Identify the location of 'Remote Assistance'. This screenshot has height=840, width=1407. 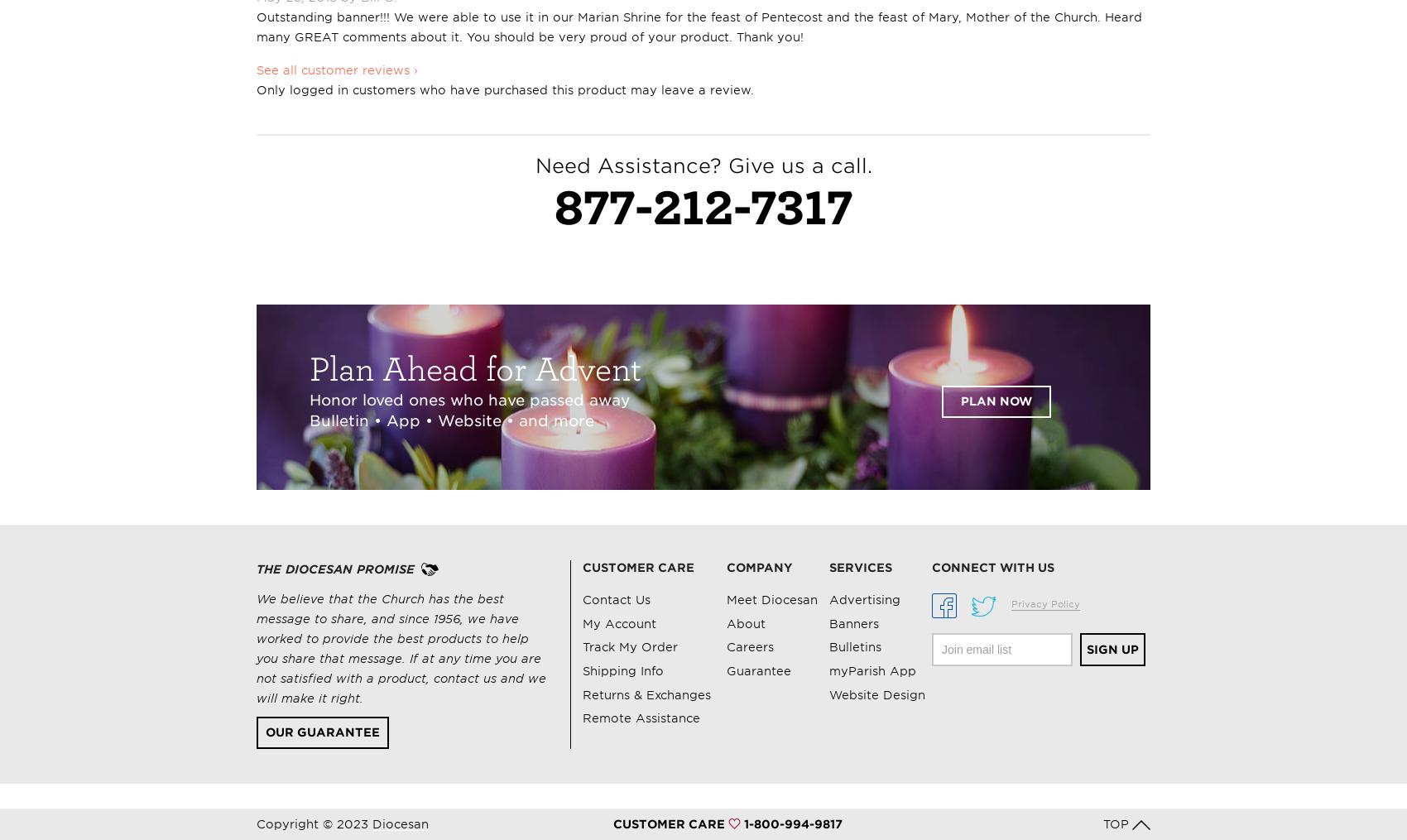
(641, 718).